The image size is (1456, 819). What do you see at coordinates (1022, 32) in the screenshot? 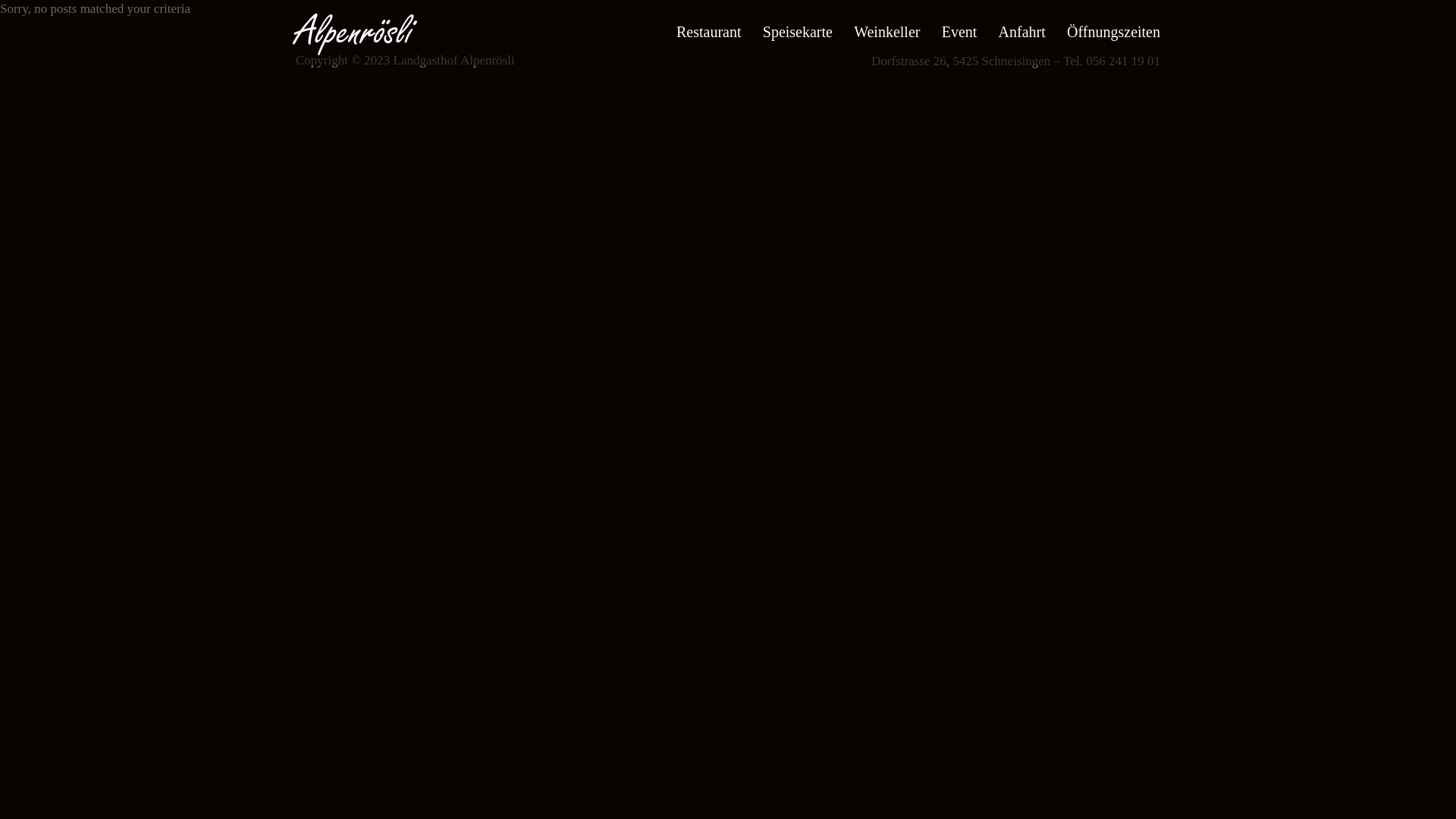
I see `'Anfahrt'` at bounding box center [1022, 32].